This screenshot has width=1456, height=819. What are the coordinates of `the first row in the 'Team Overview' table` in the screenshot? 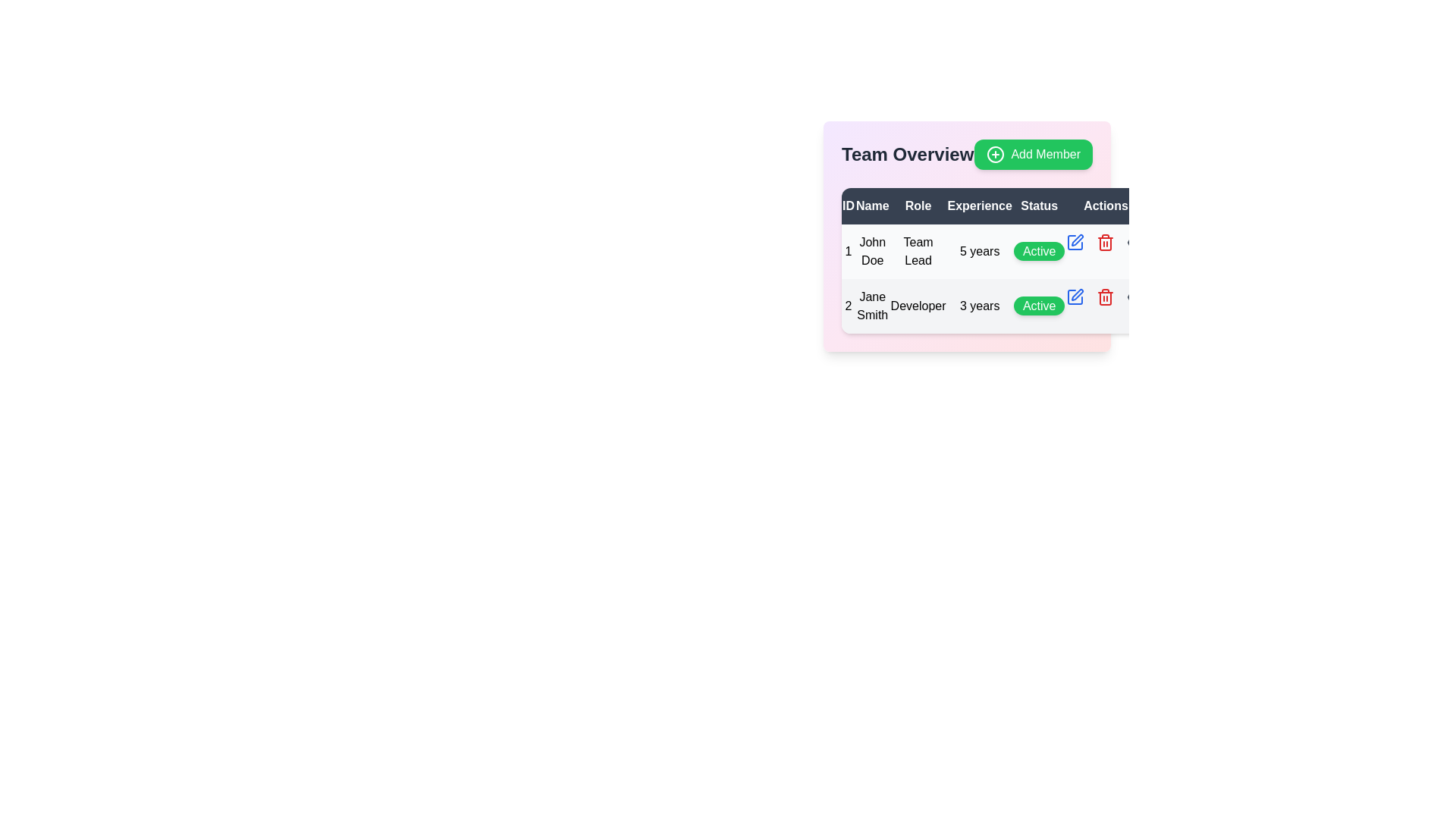 It's located at (993, 250).